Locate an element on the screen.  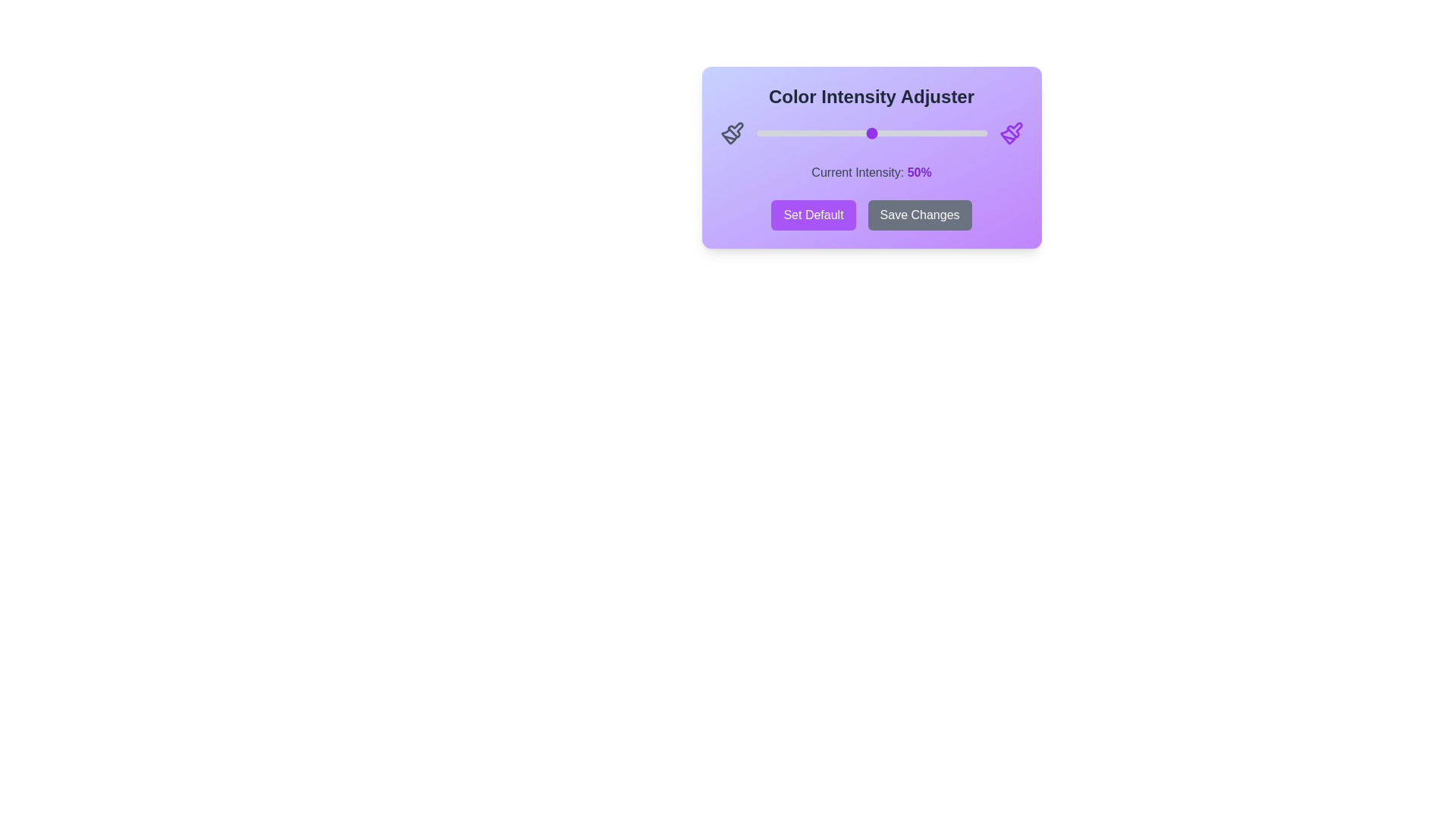
the slider to 15% to adjust the color intensity is located at coordinates (790, 133).